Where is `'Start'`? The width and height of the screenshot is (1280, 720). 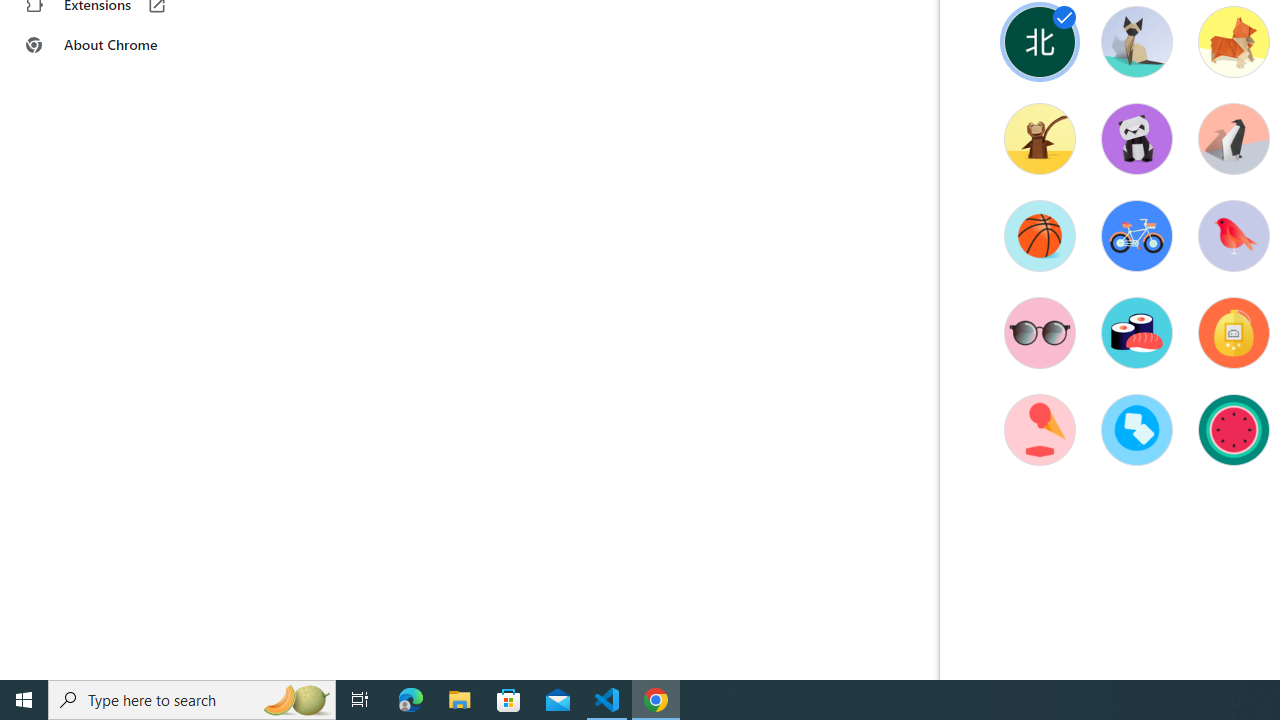 'Start' is located at coordinates (24, 698).